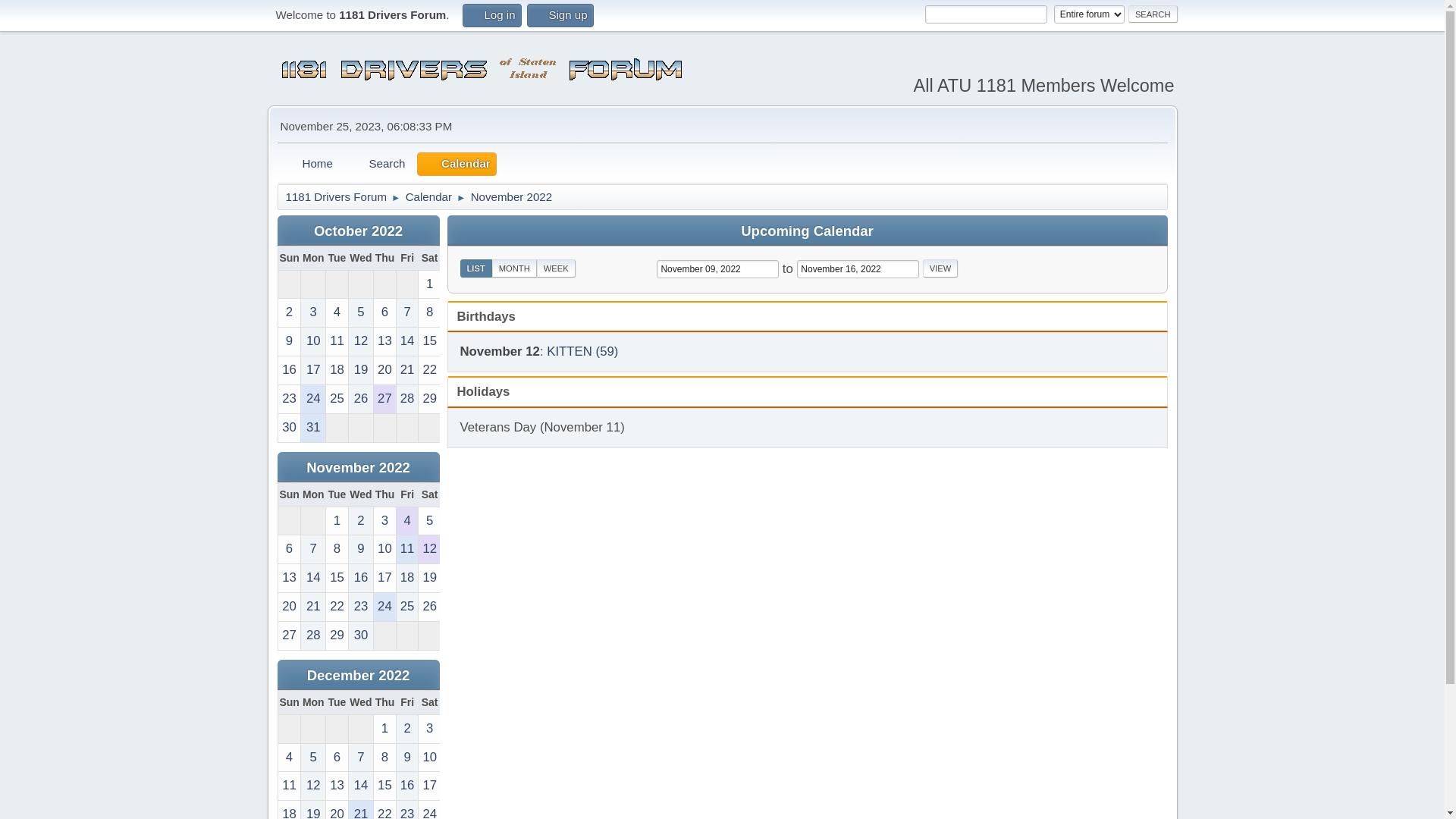 This screenshot has height=819, width=1456. I want to click on '4', so click(325, 312).